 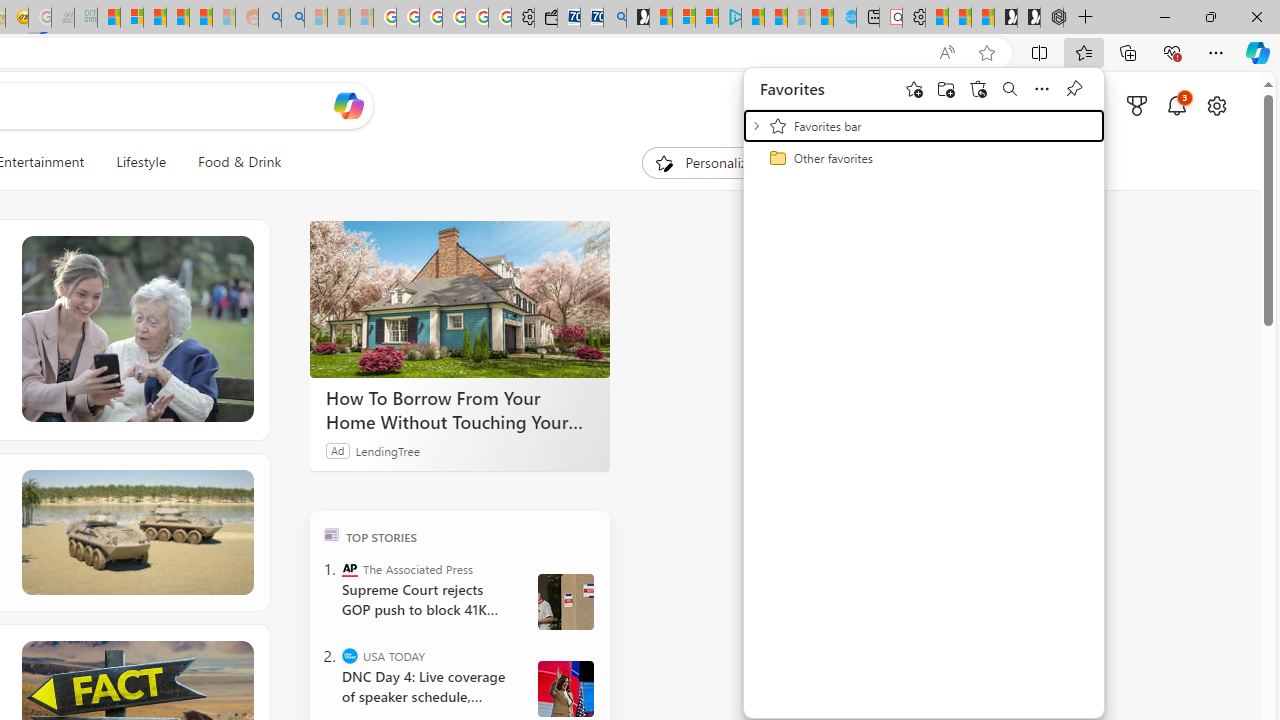 What do you see at coordinates (977, 87) in the screenshot?
I see `'Restore deleted favorites'` at bounding box center [977, 87].